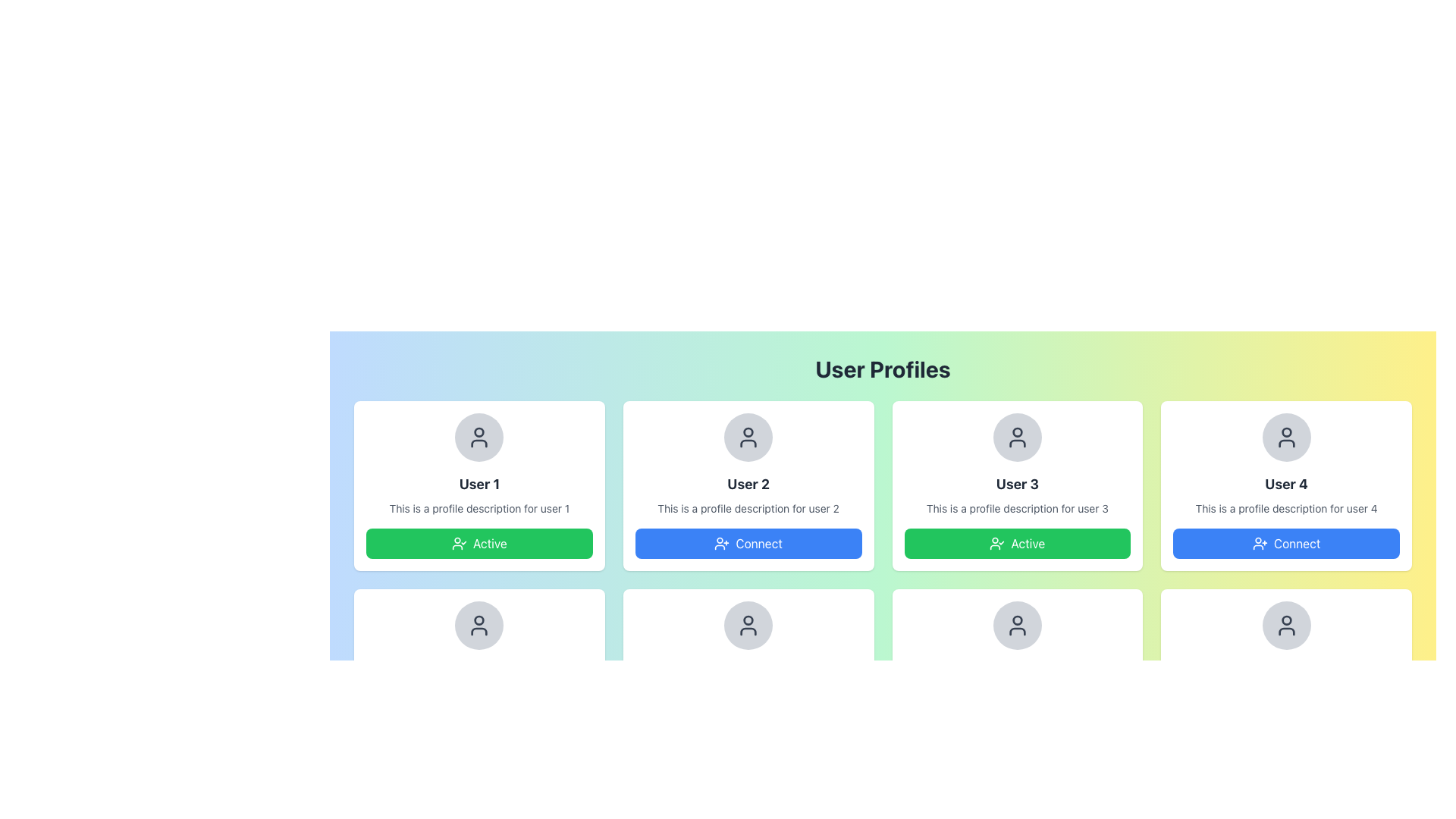  What do you see at coordinates (1260, 543) in the screenshot?
I see `the user icon with a plus symbol located within the blue 'Connect' button on the fourth profile card in the horizontal list of user profiles` at bounding box center [1260, 543].